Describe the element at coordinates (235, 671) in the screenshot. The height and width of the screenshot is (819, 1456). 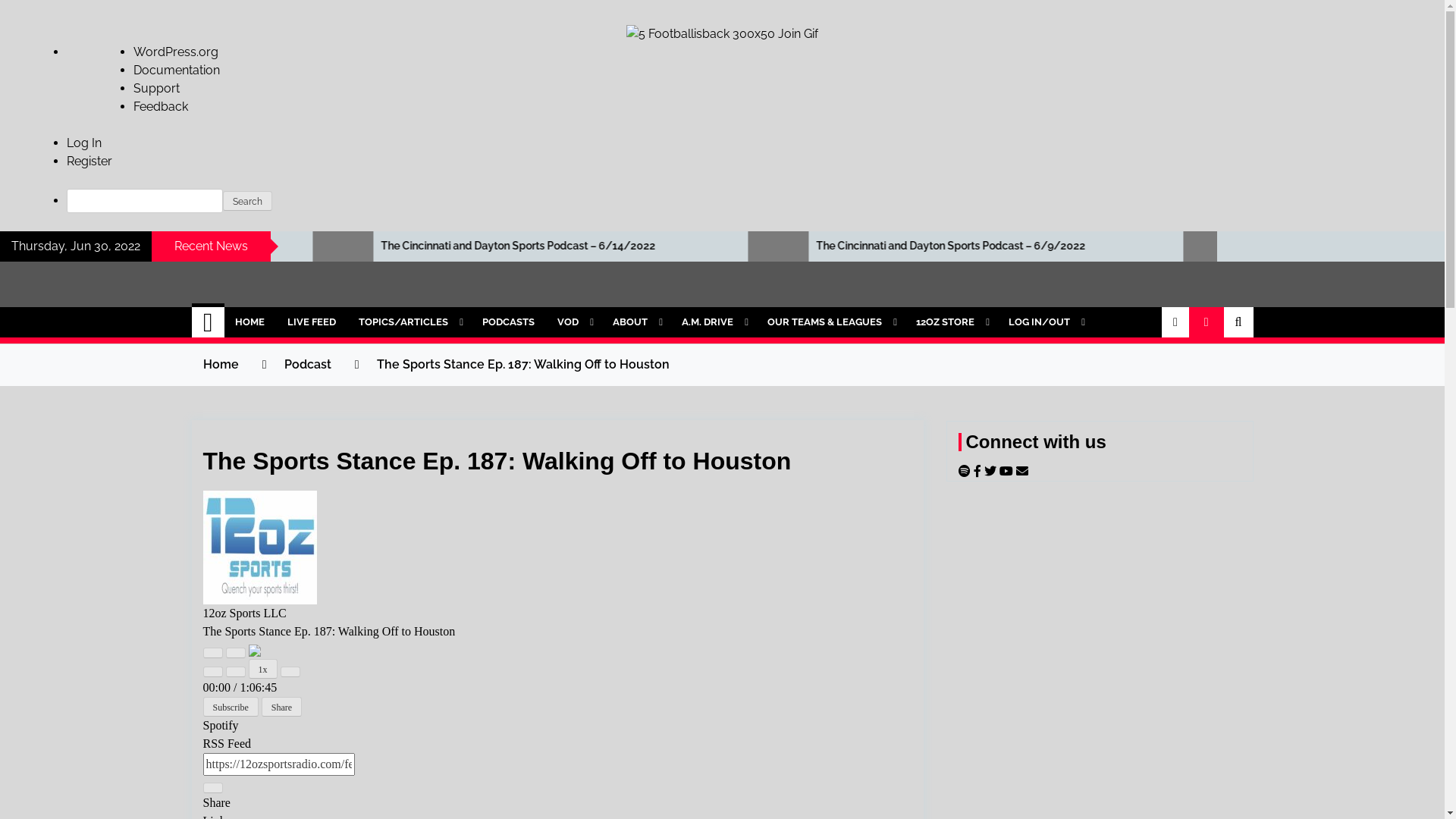
I see `'Rewind 10 Seconds'` at that location.